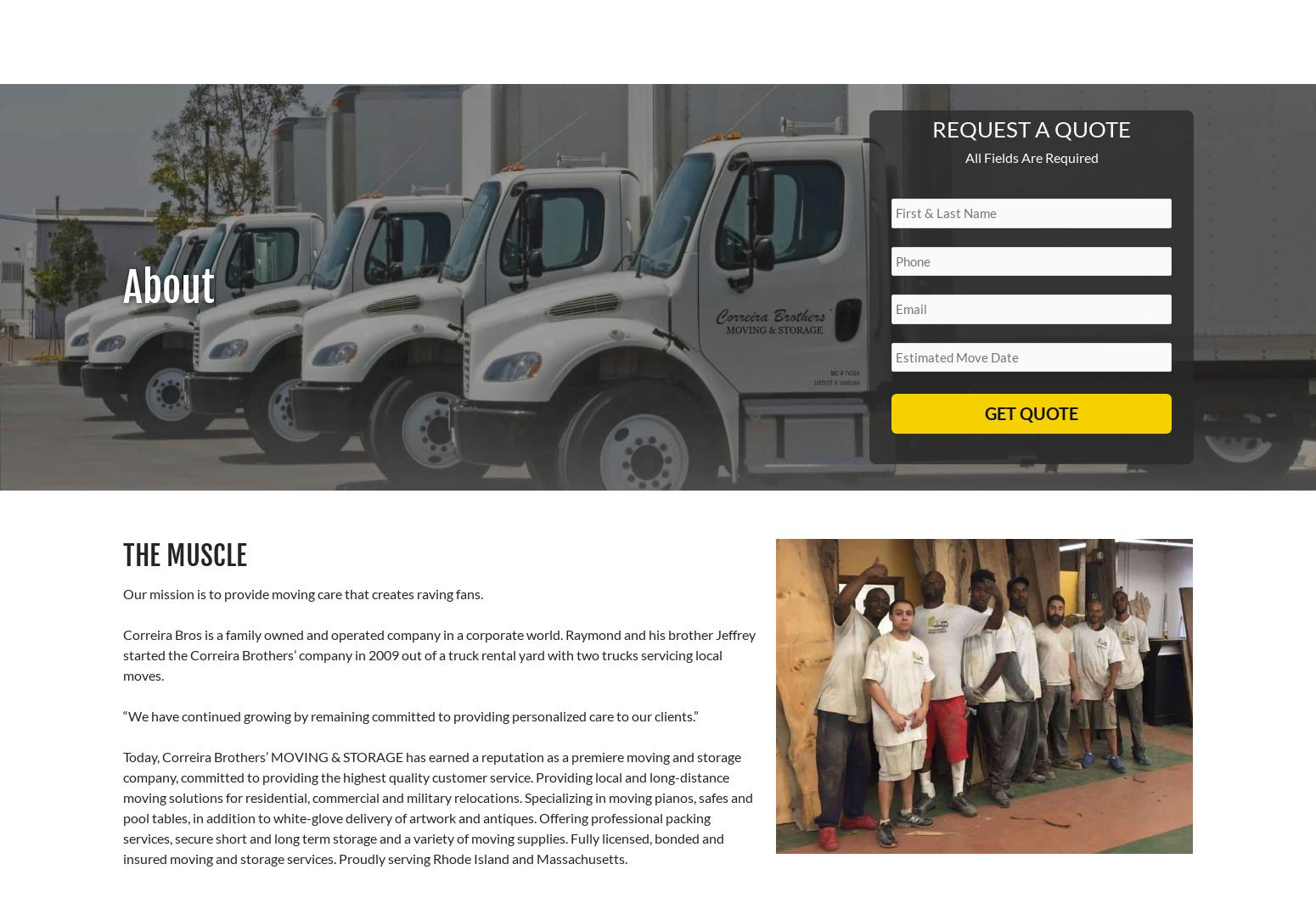 The width and height of the screenshot is (1316, 909). I want to click on 'On Time Pick-Up & Delivery', so click(391, 474).